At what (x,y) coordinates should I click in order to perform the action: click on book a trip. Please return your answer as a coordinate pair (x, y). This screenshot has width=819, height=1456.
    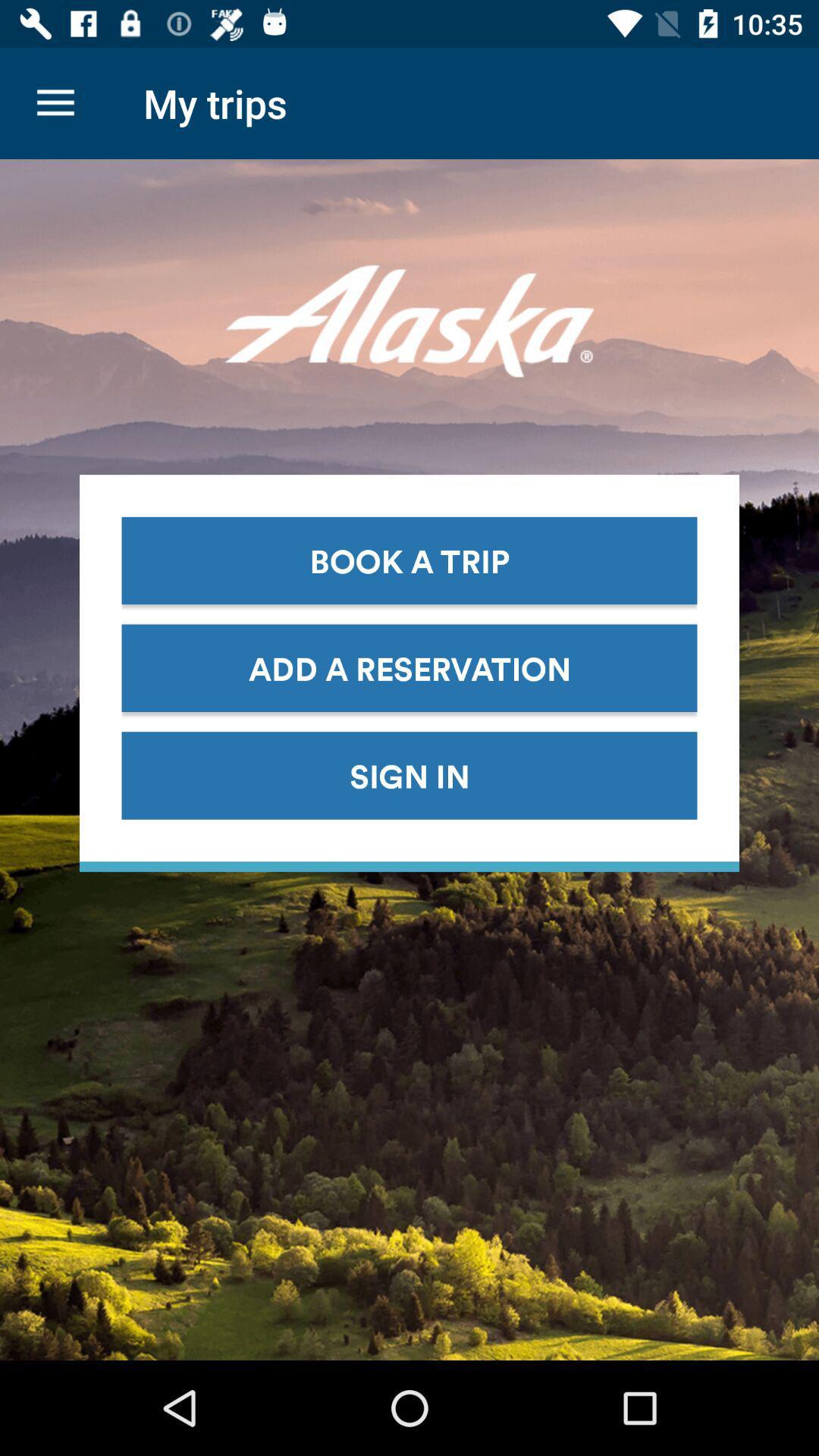
    Looking at the image, I should click on (409, 560).